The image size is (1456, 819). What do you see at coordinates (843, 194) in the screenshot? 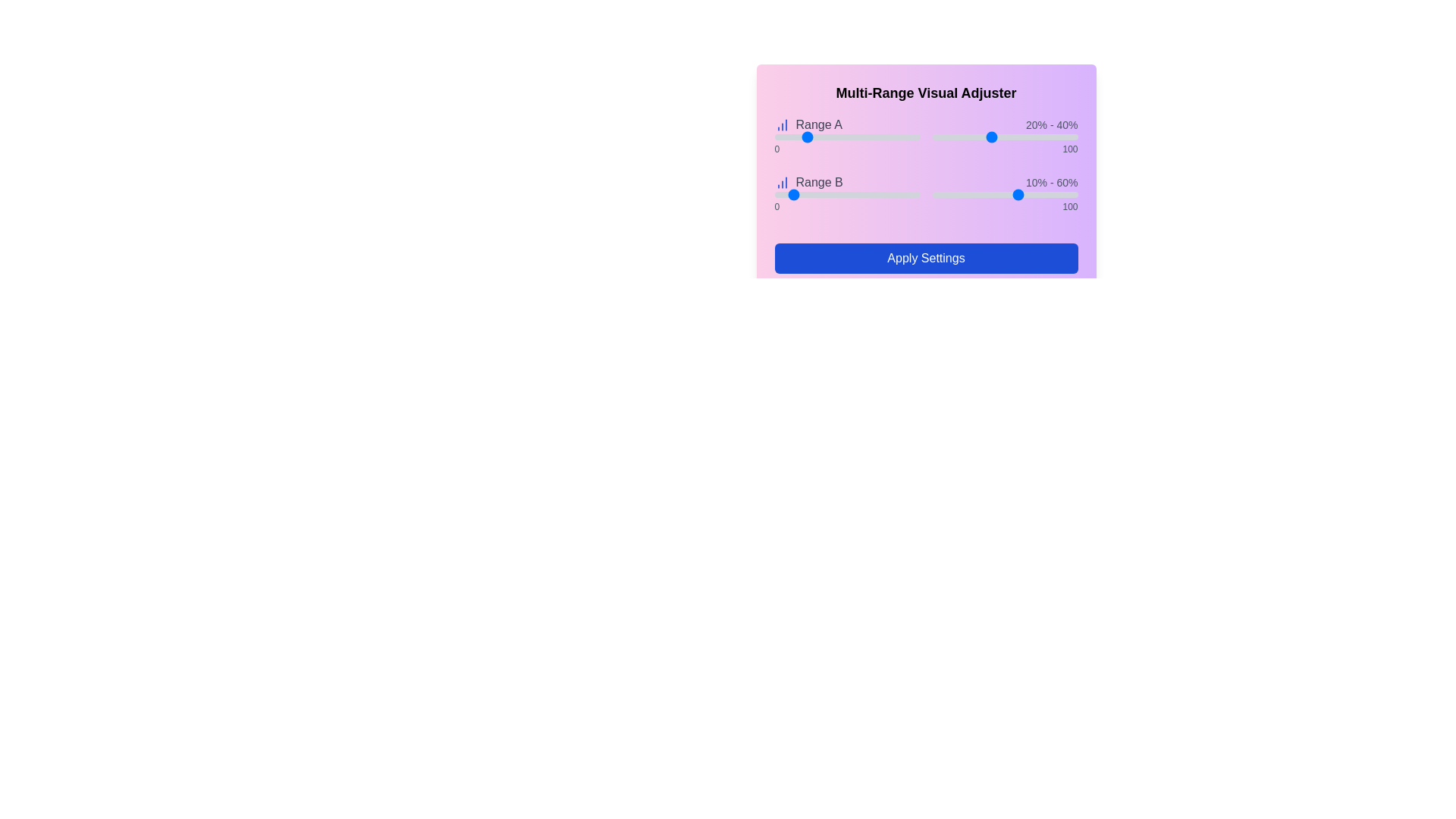
I see `the Range B slider position` at bounding box center [843, 194].